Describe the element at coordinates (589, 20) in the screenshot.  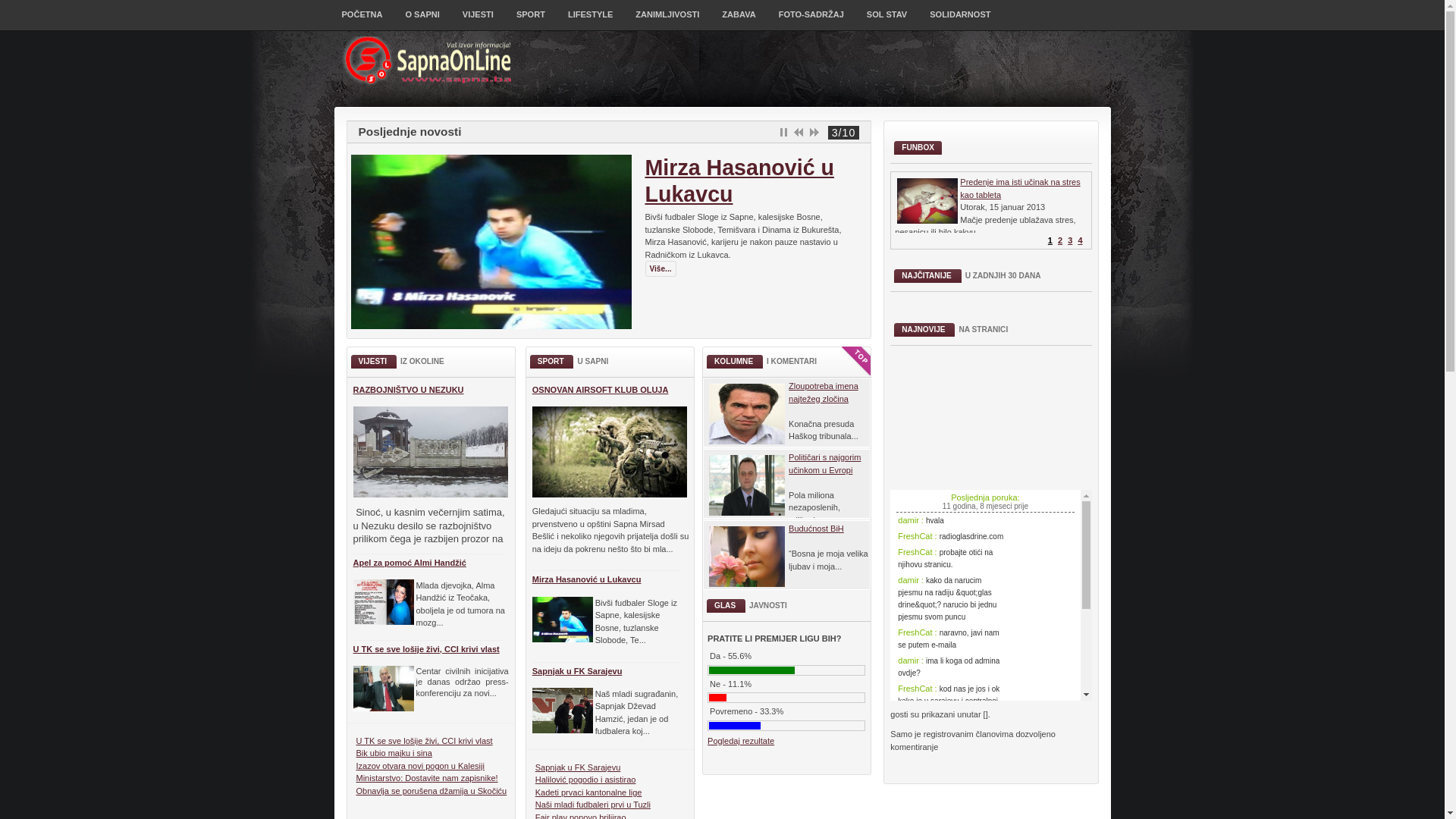
I see `'LIFESTYLE'` at that location.